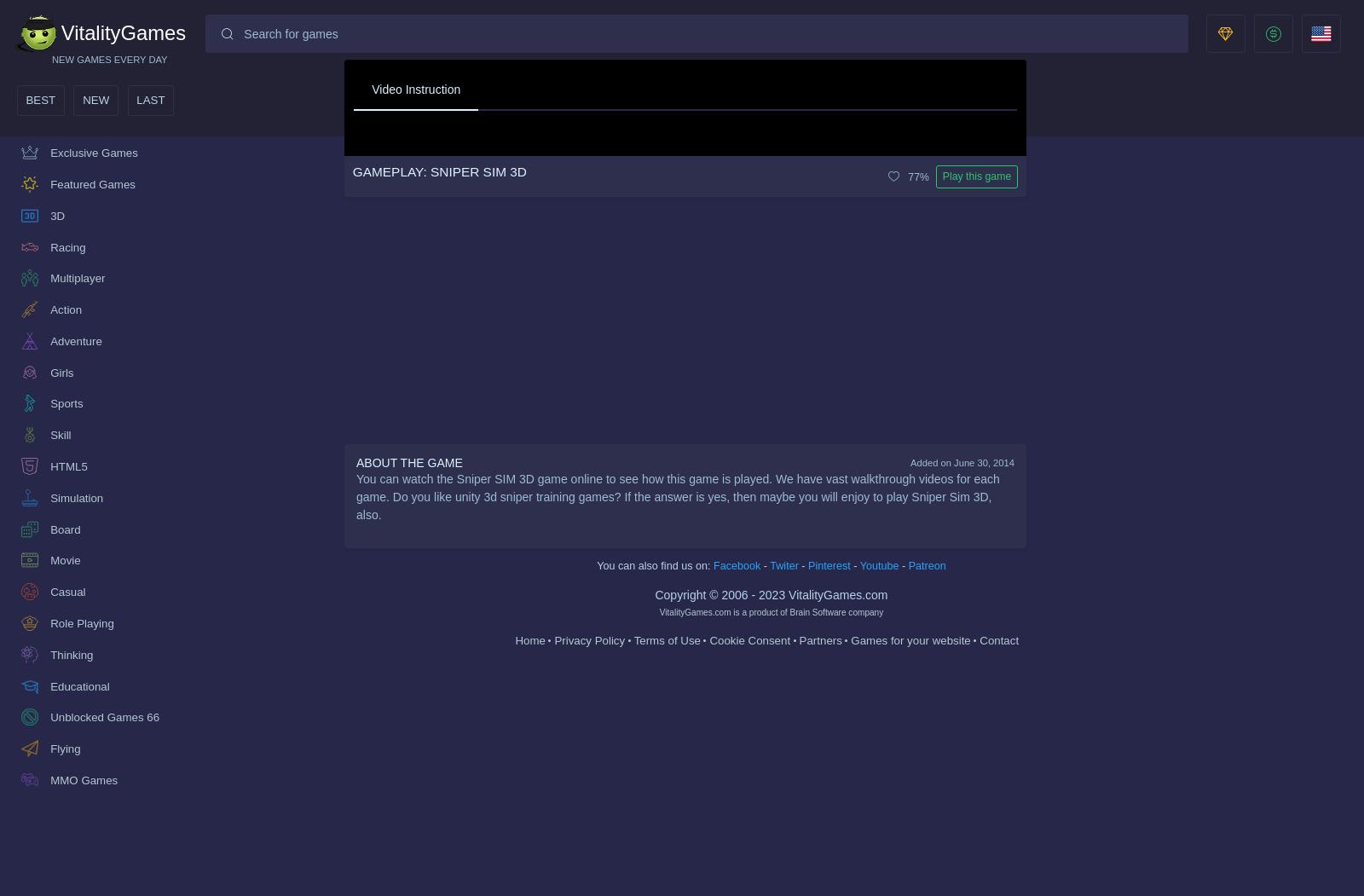 The height and width of the screenshot is (896, 1364). What do you see at coordinates (60, 435) in the screenshot?
I see `'Skill'` at bounding box center [60, 435].